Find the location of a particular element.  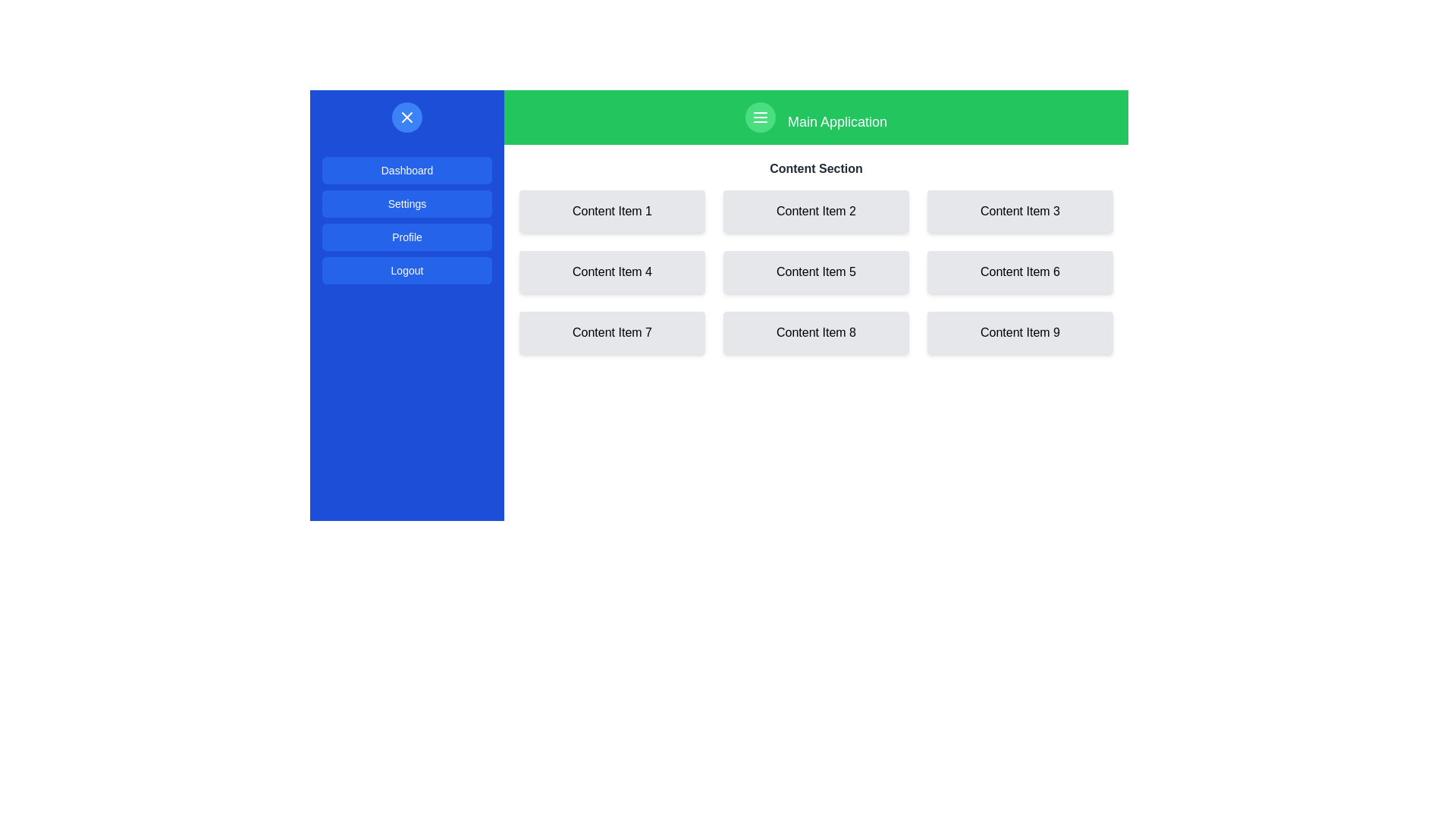

the Text label containing 'Content Item 7', which is a rectangular block with a light gray background located in the bottom-left cell of the grid layout is located at coordinates (612, 332).